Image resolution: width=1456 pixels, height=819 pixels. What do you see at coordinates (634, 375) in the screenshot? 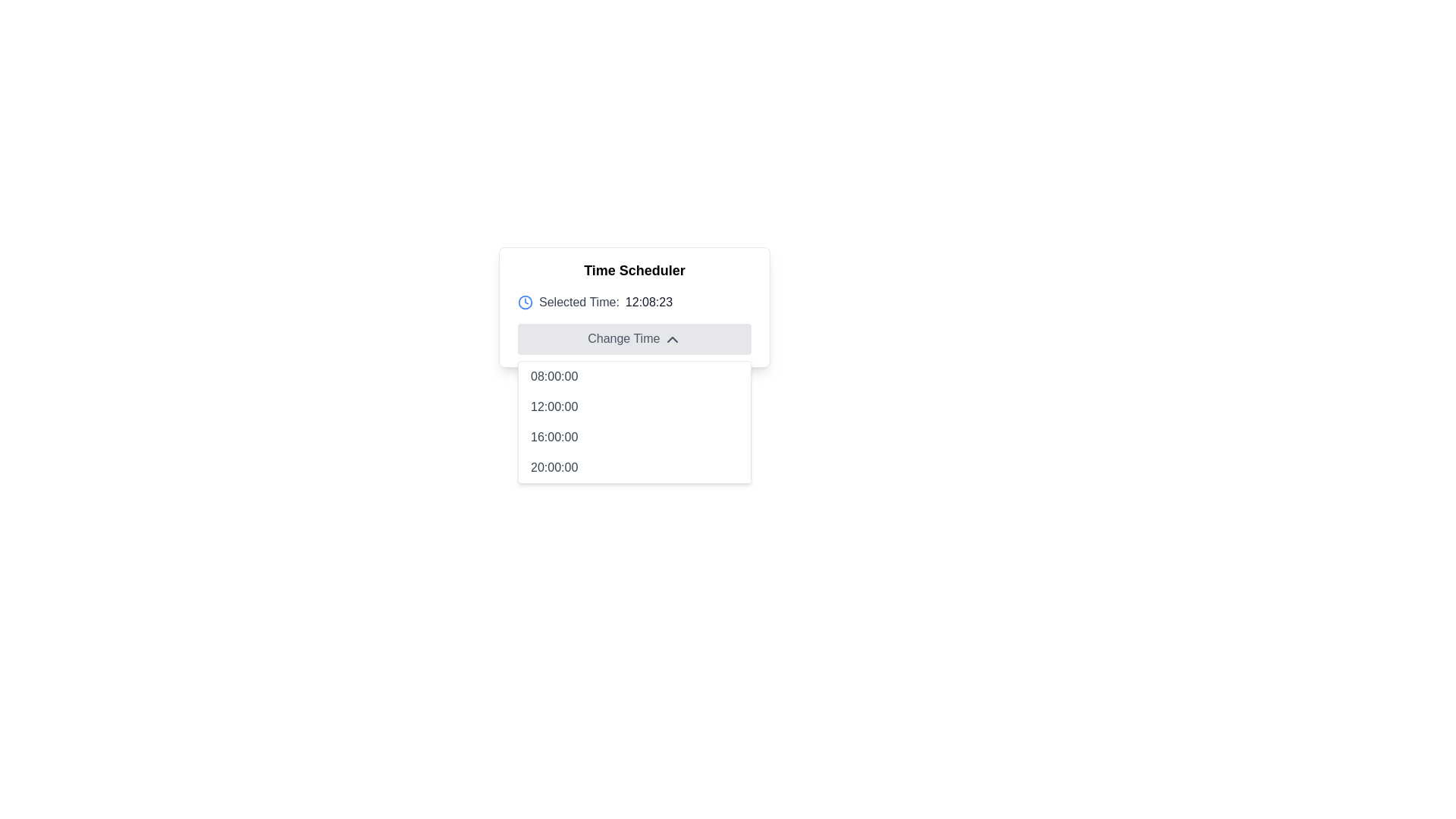
I see `the first item in the dropdown menu` at bounding box center [634, 375].